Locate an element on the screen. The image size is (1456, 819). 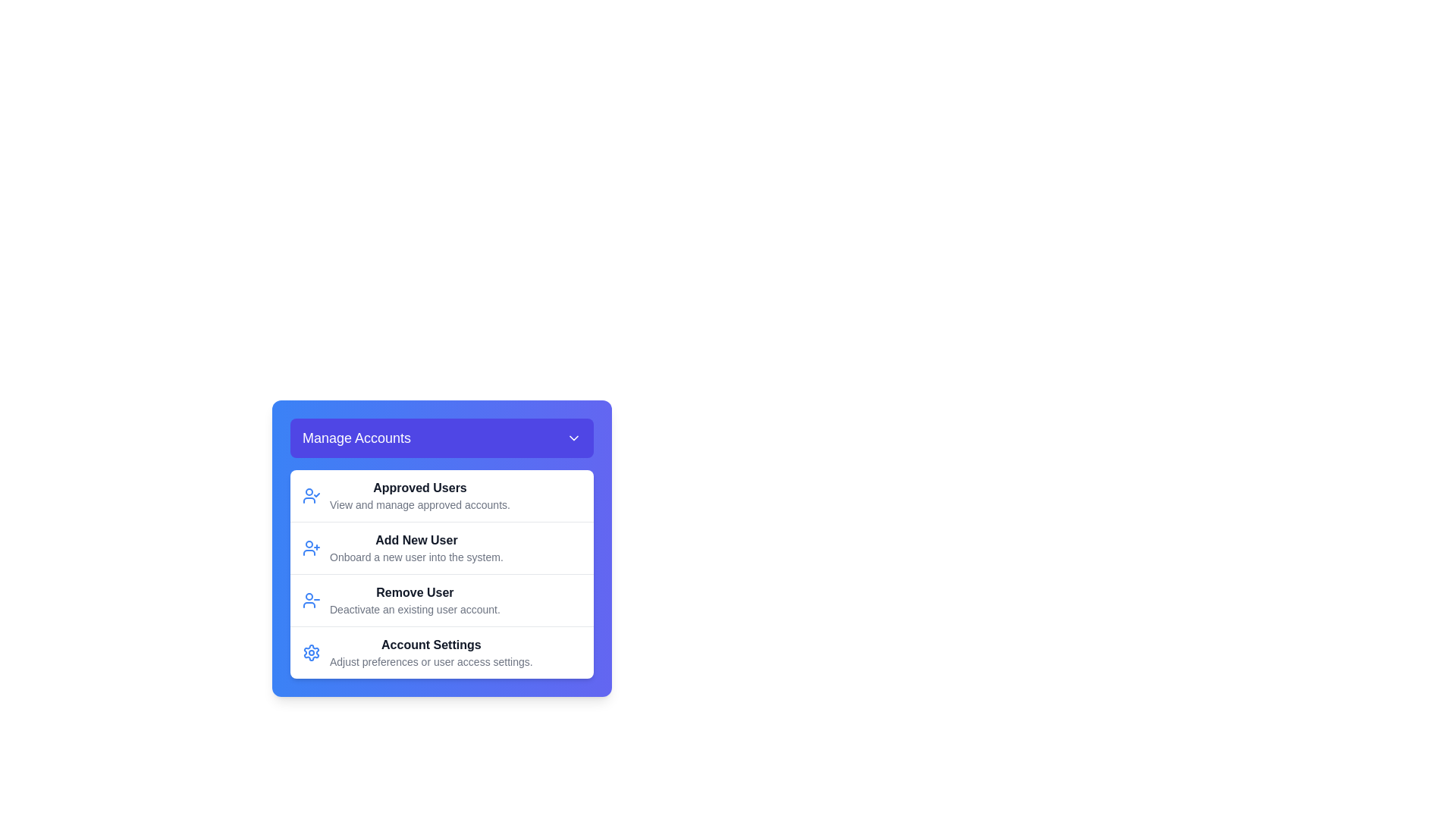
the text label that serves as the header for adding a new user, located in the 'Manage Accounts' section is located at coordinates (416, 540).